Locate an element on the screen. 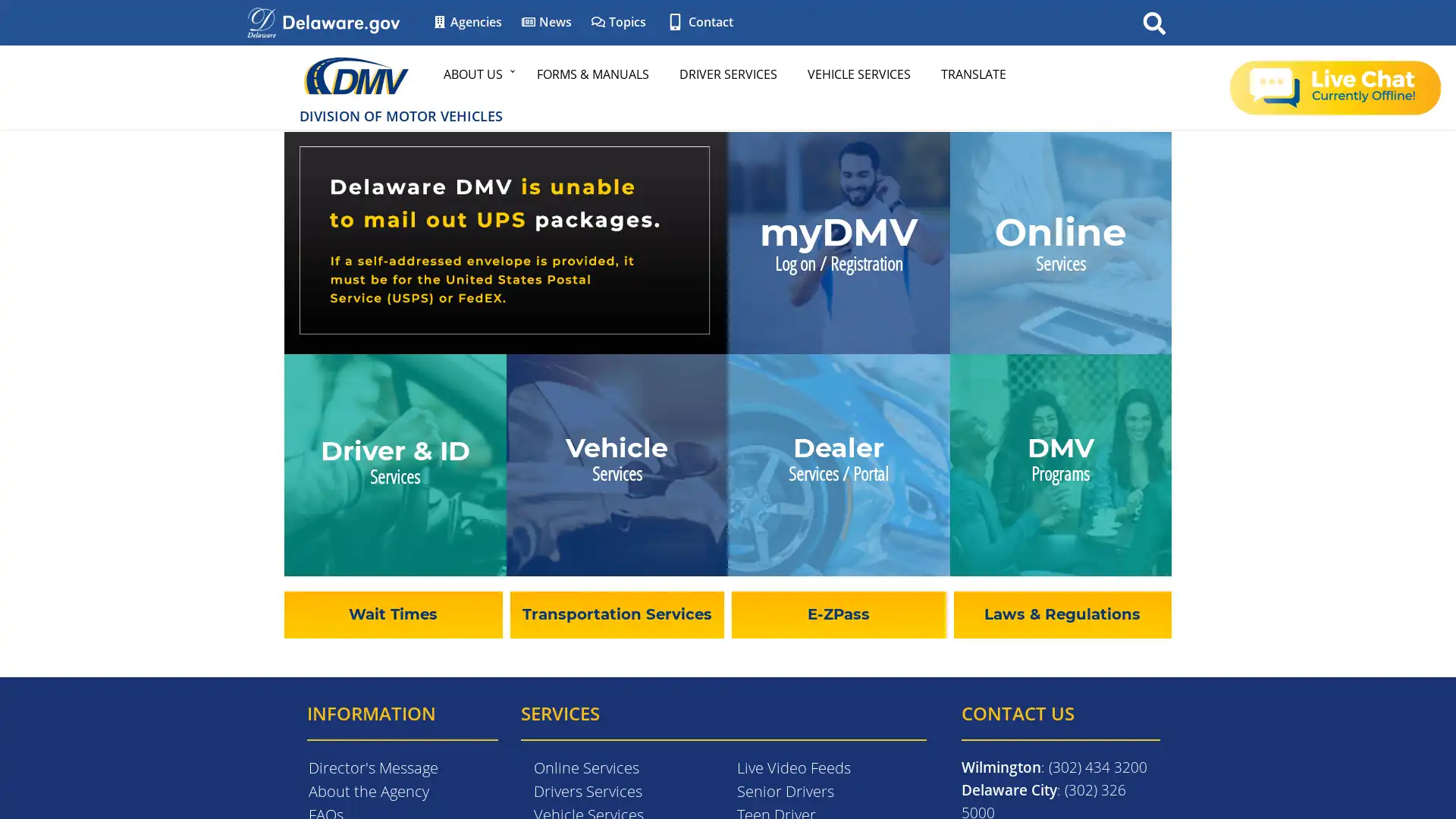 This screenshot has width=1456, height=819. Search is located at coordinates (1153, 22).